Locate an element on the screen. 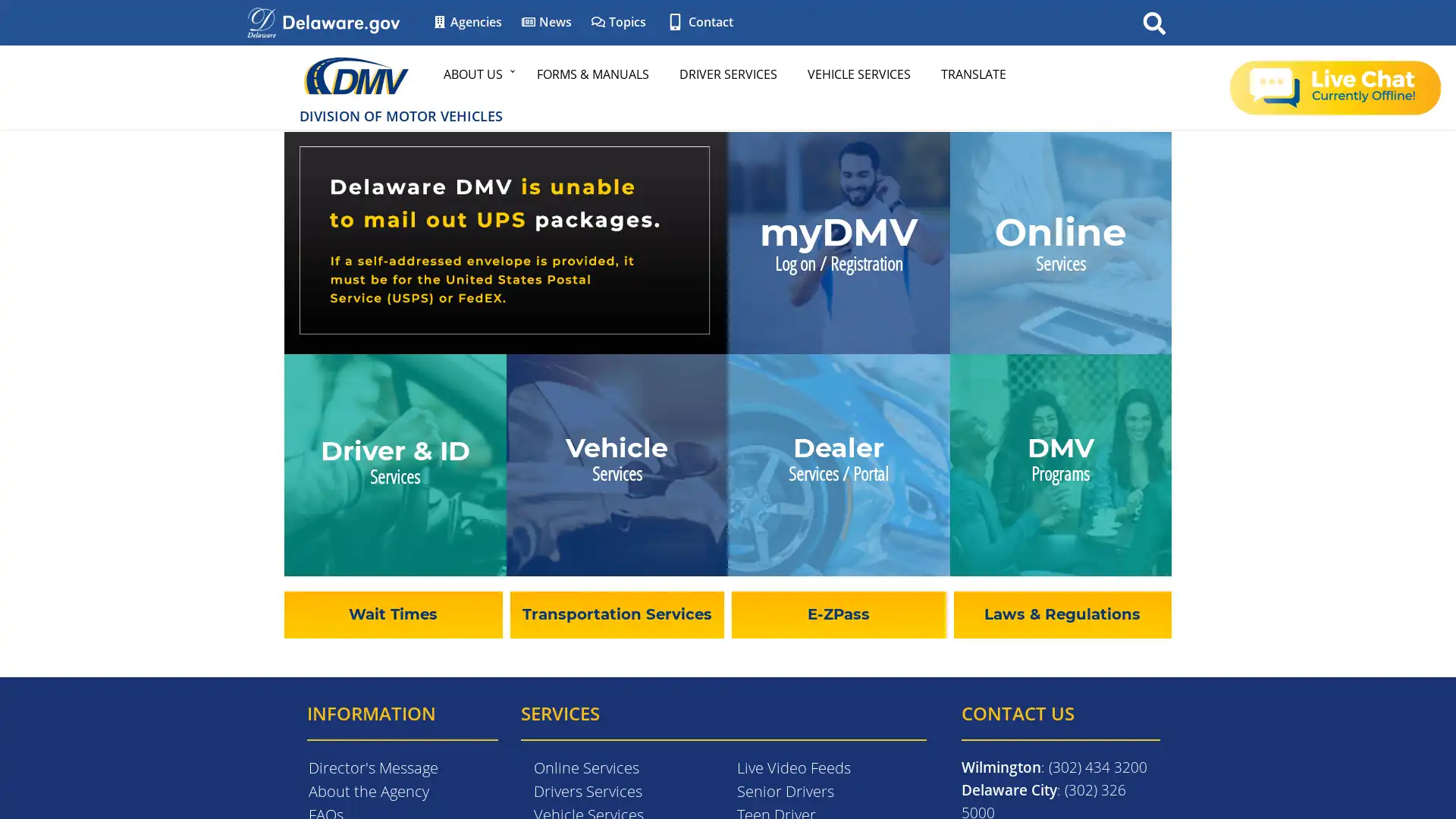 This screenshot has width=1456, height=819. Search is located at coordinates (1153, 22).